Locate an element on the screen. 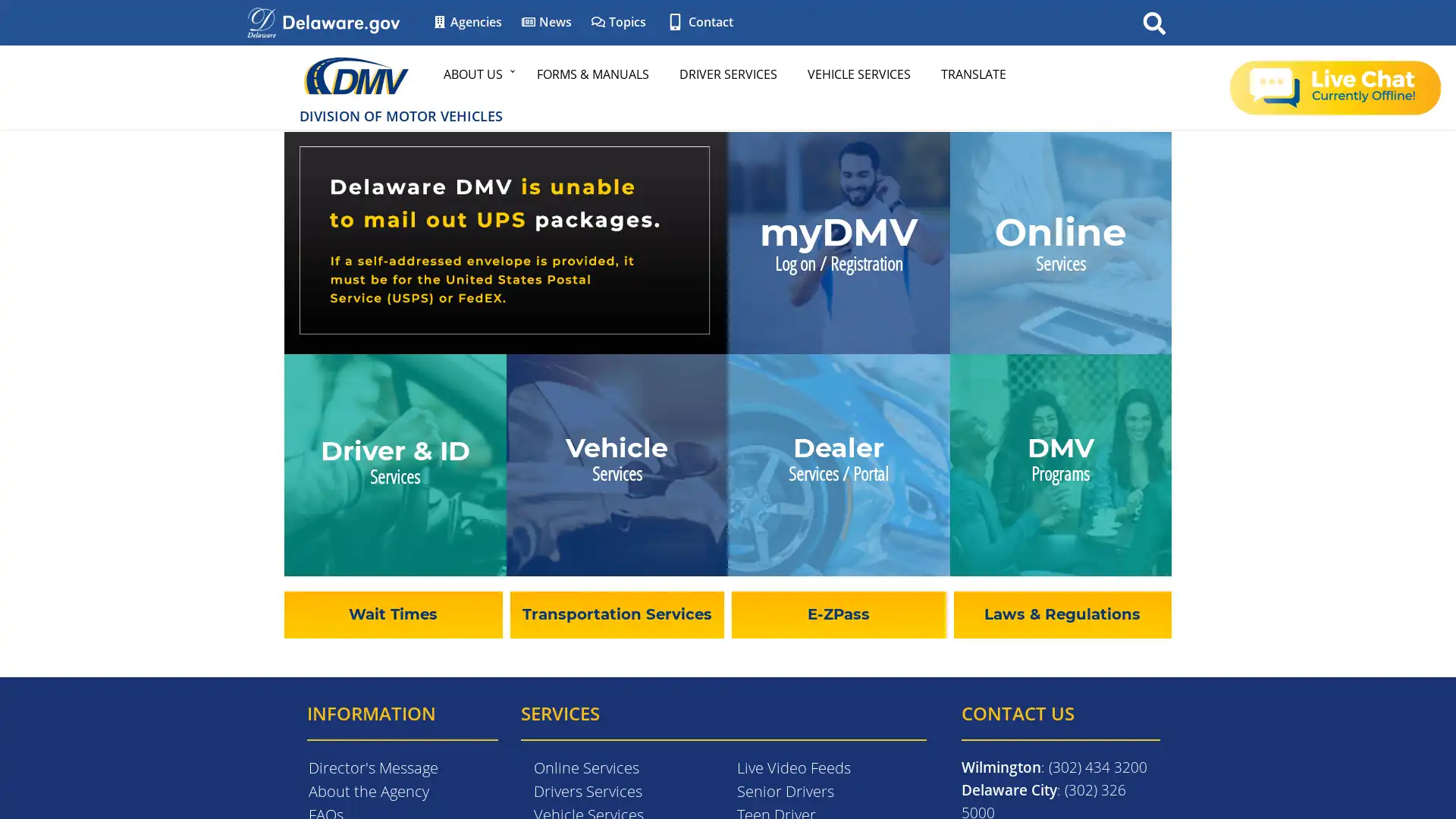 This screenshot has width=1456, height=819. Search is located at coordinates (1153, 22).